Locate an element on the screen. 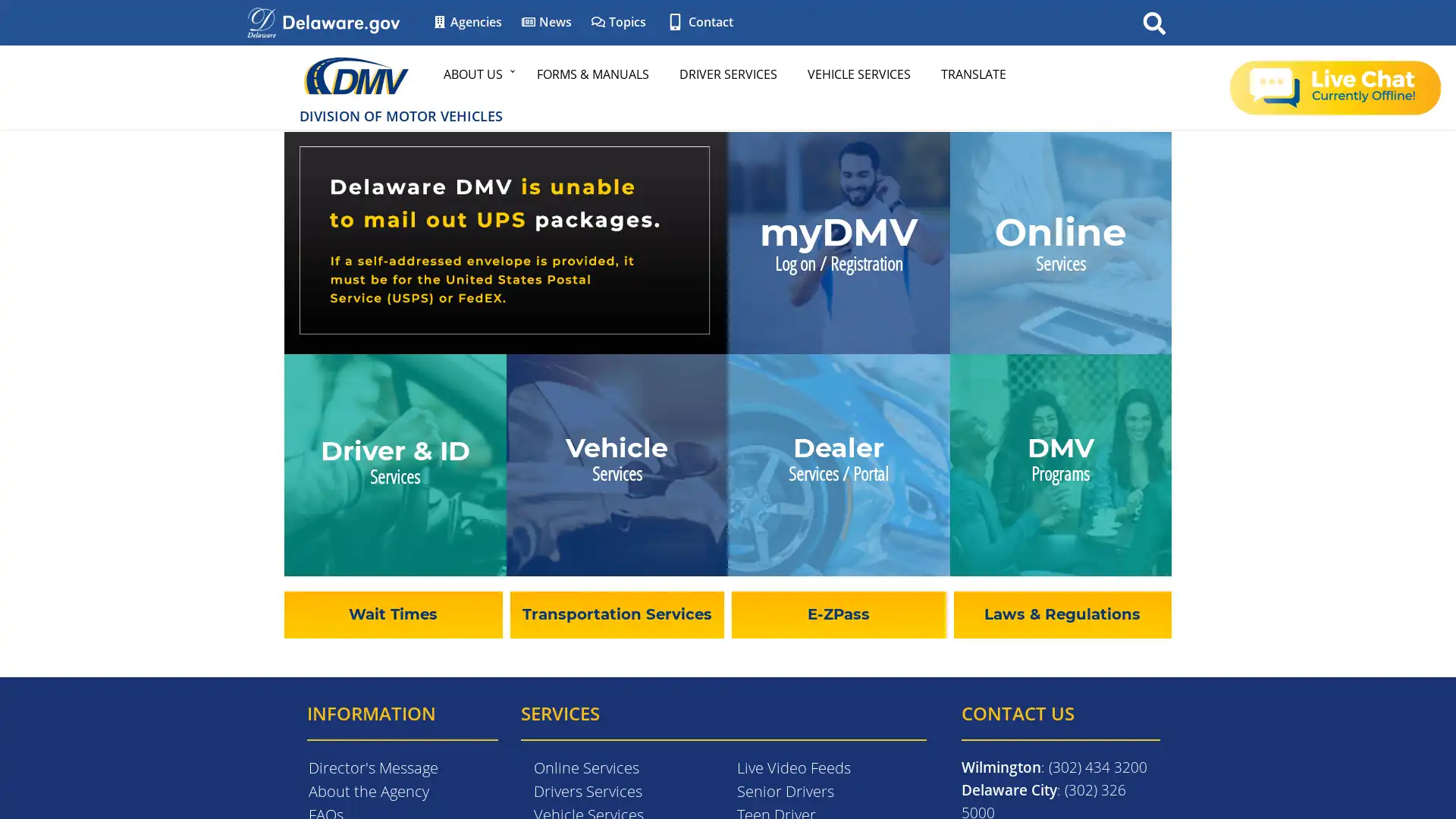 This screenshot has width=1456, height=819. Search is located at coordinates (1153, 22).